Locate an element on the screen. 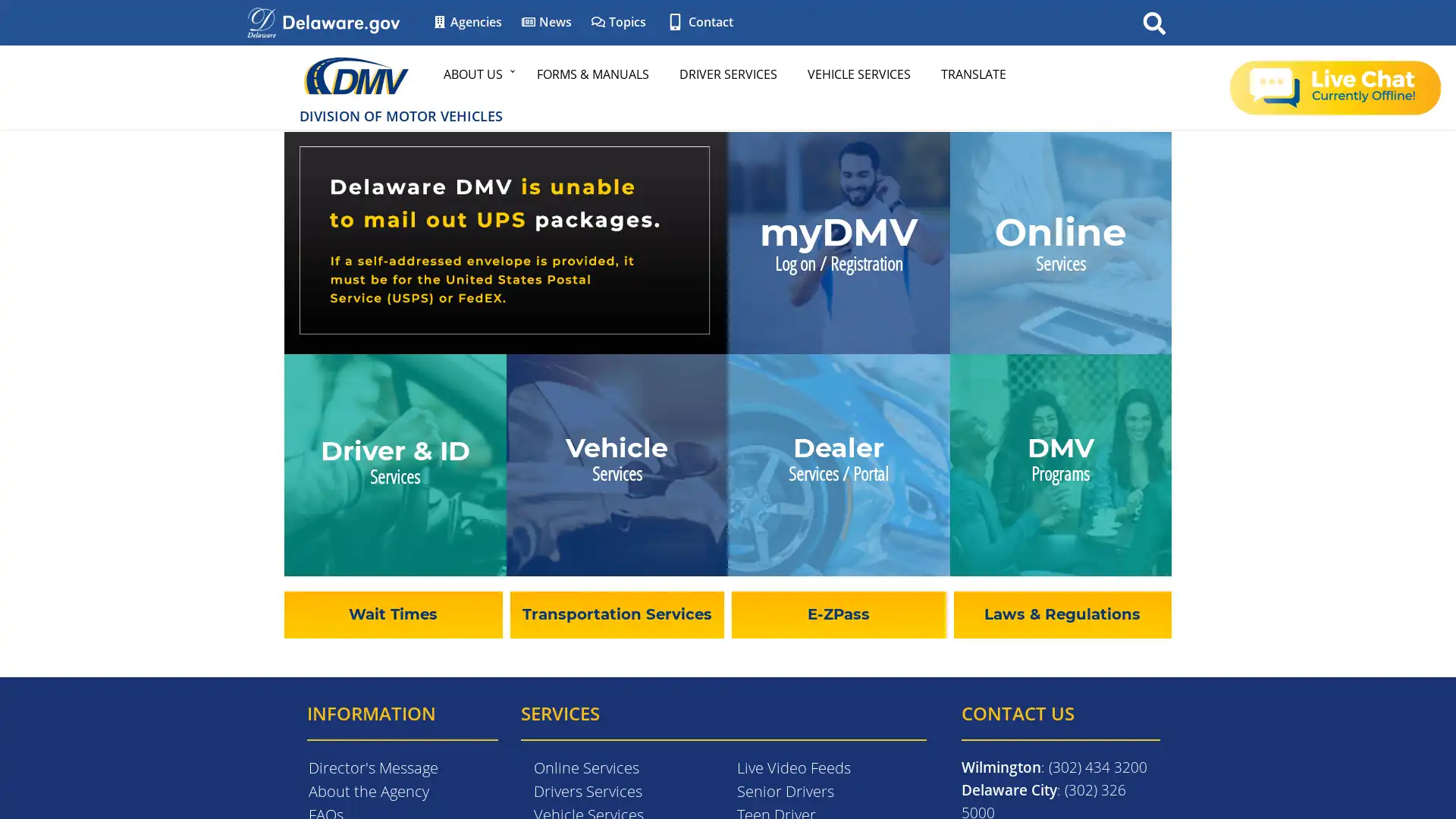 This screenshot has width=1456, height=819. Search is located at coordinates (1153, 22).